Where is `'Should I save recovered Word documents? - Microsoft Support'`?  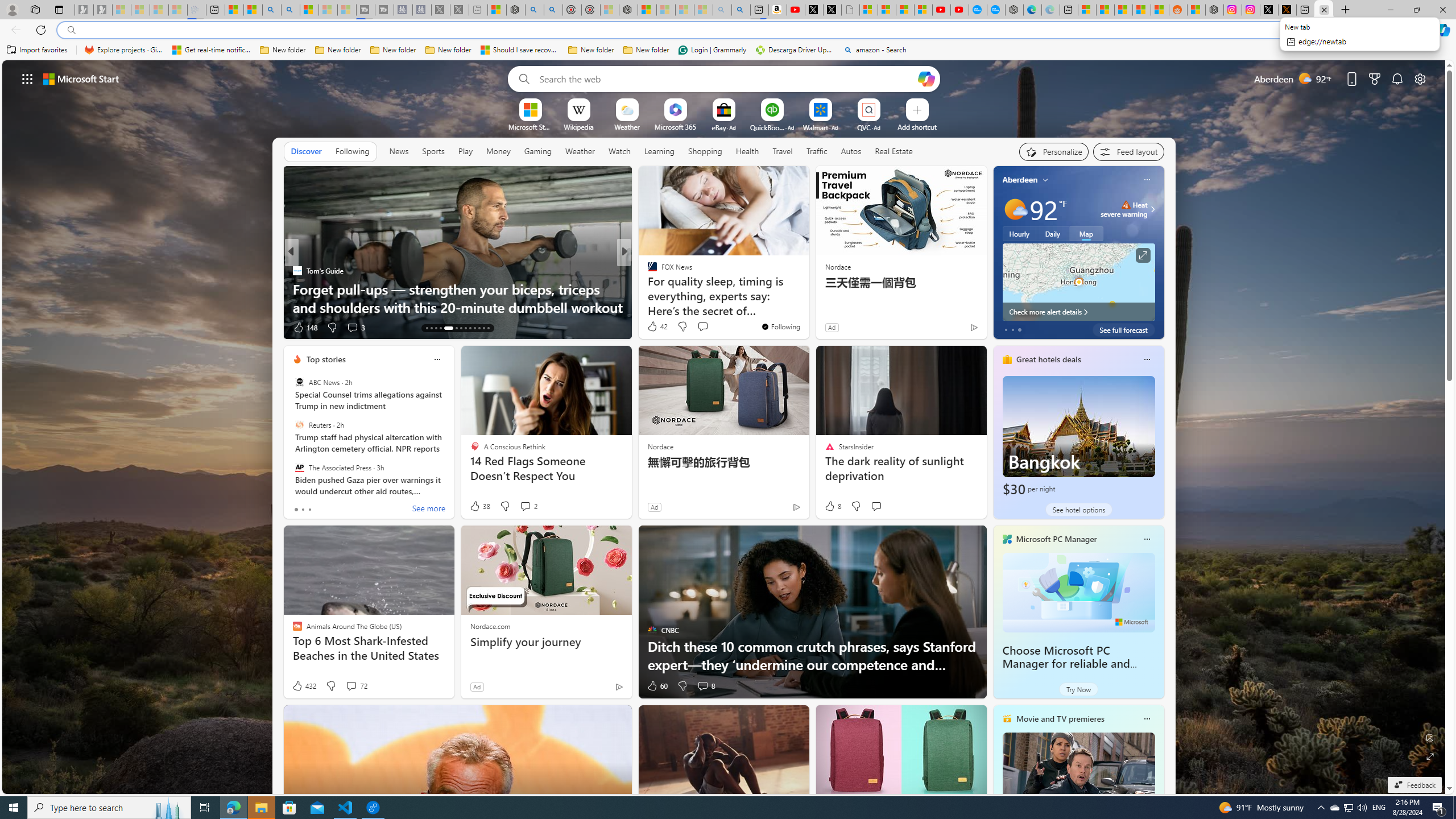
'Should I save recovered Word documents? - Microsoft Support' is located at coordinates (519, 49).